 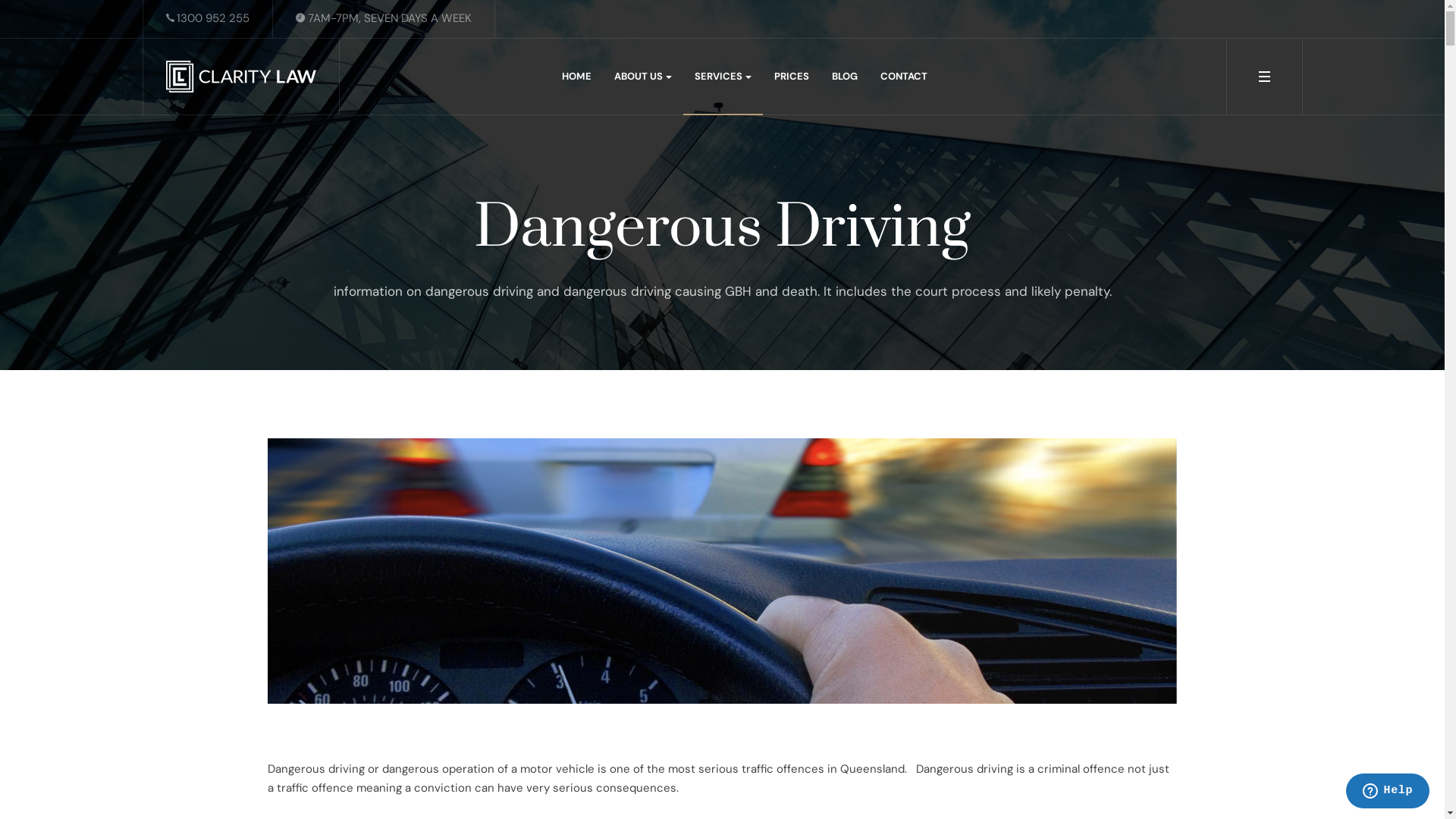 I want to click on 'ABOUT US', so click(x=643, y=76).